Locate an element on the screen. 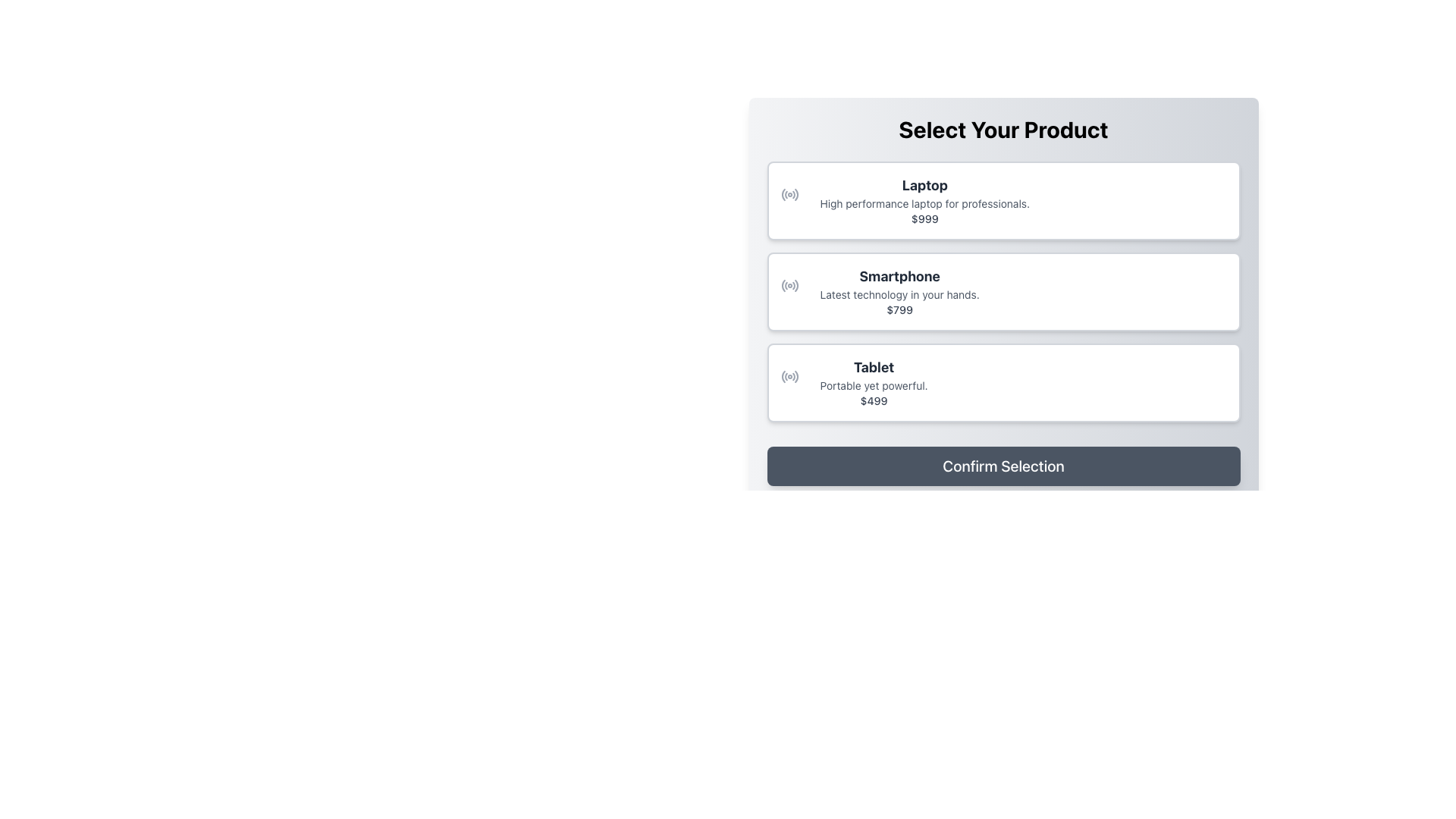  the decorative icon symbolizing connectivity or technology located at the top-left corner of the 'Smartphone' card, which is the middle card in a vertical list of three product cards is located at coordinates (795, 292).